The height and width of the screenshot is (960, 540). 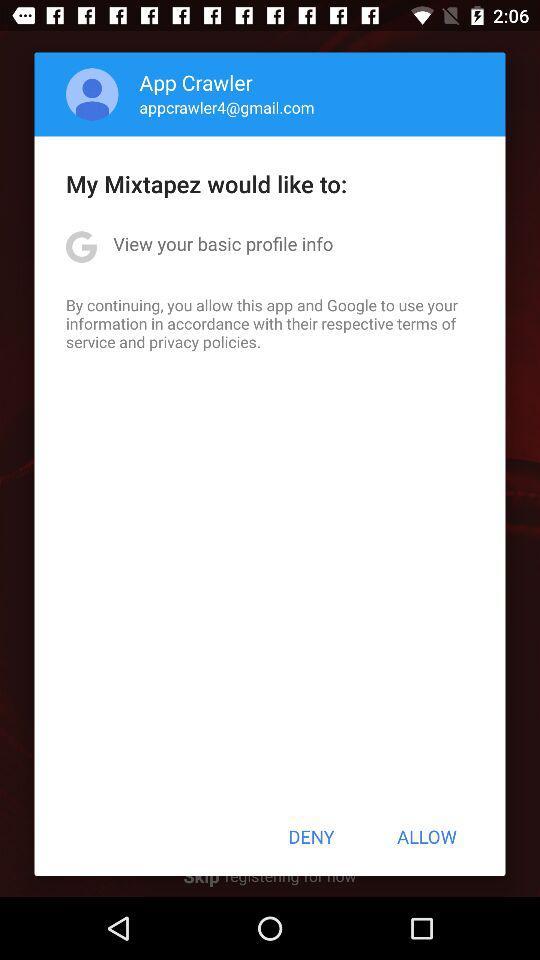 I want to click on the deny icon, so click(x=311, y=836).